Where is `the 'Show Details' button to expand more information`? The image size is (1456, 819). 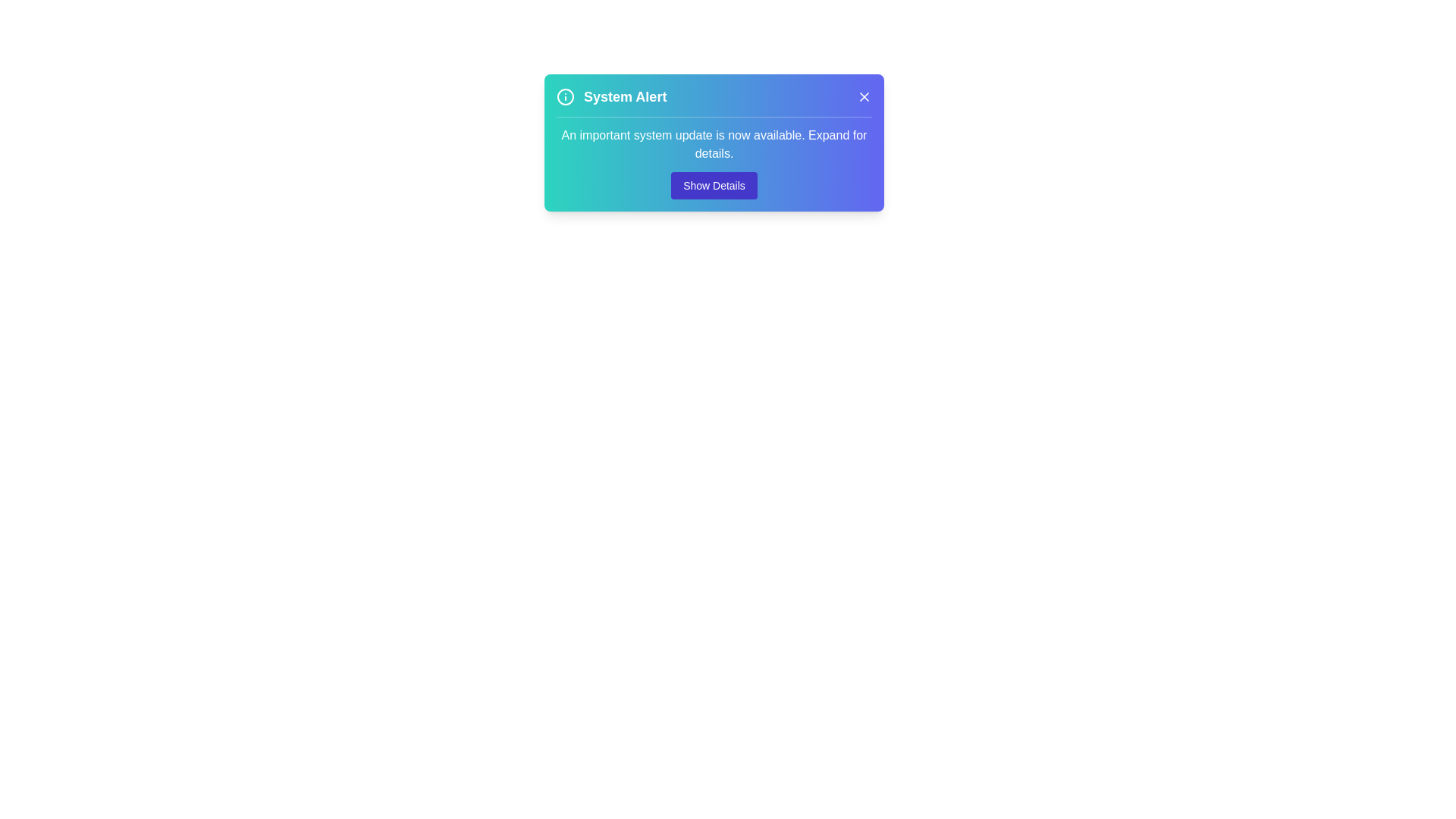
the 'Show Details' button to expand more information is located at coordinates (713, 185).